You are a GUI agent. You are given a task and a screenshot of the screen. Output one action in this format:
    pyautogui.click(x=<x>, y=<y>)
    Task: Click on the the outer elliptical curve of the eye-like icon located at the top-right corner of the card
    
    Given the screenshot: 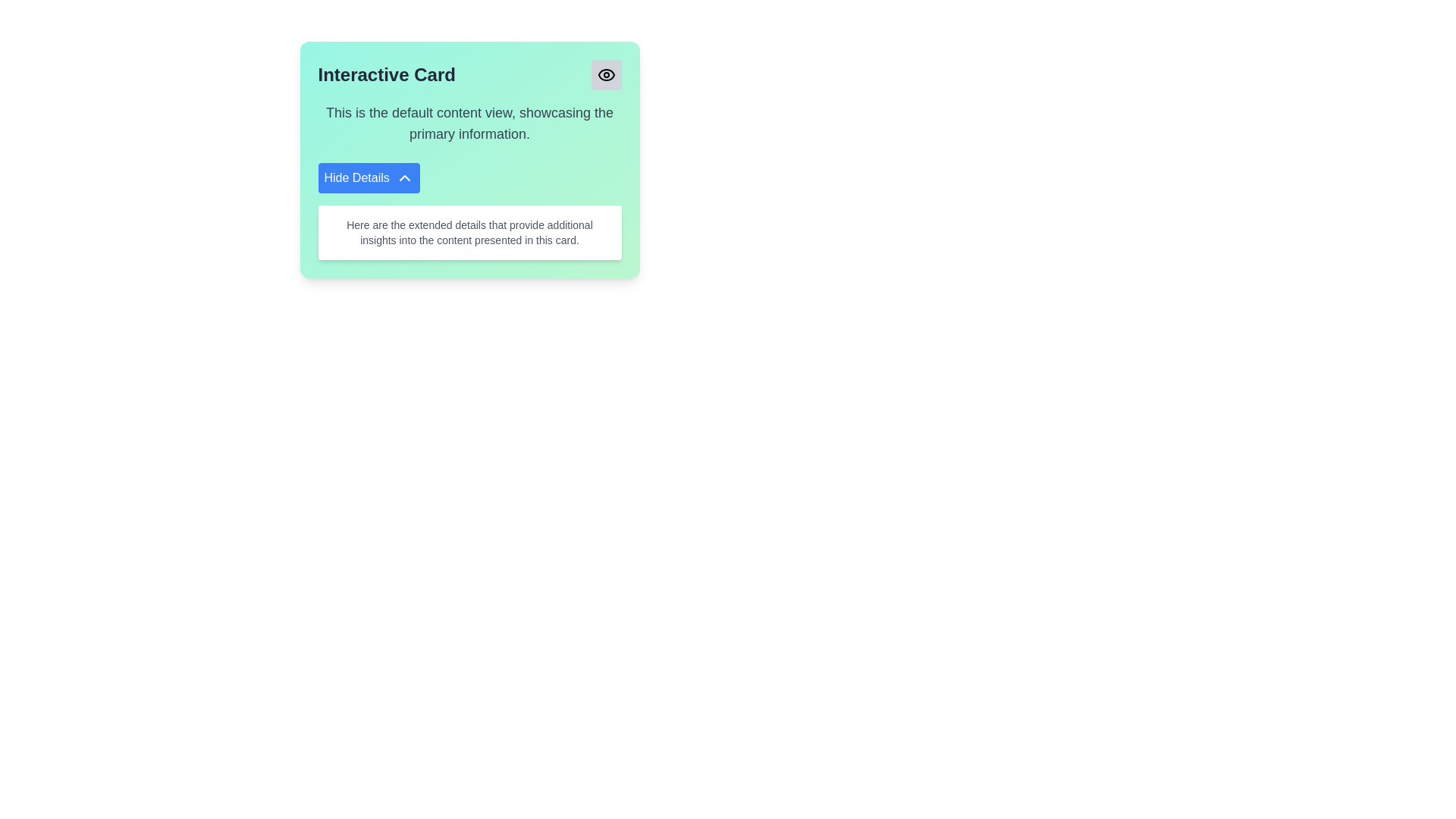 What is the action you would take?
    pyautogui.click(x=605, y=75)
    